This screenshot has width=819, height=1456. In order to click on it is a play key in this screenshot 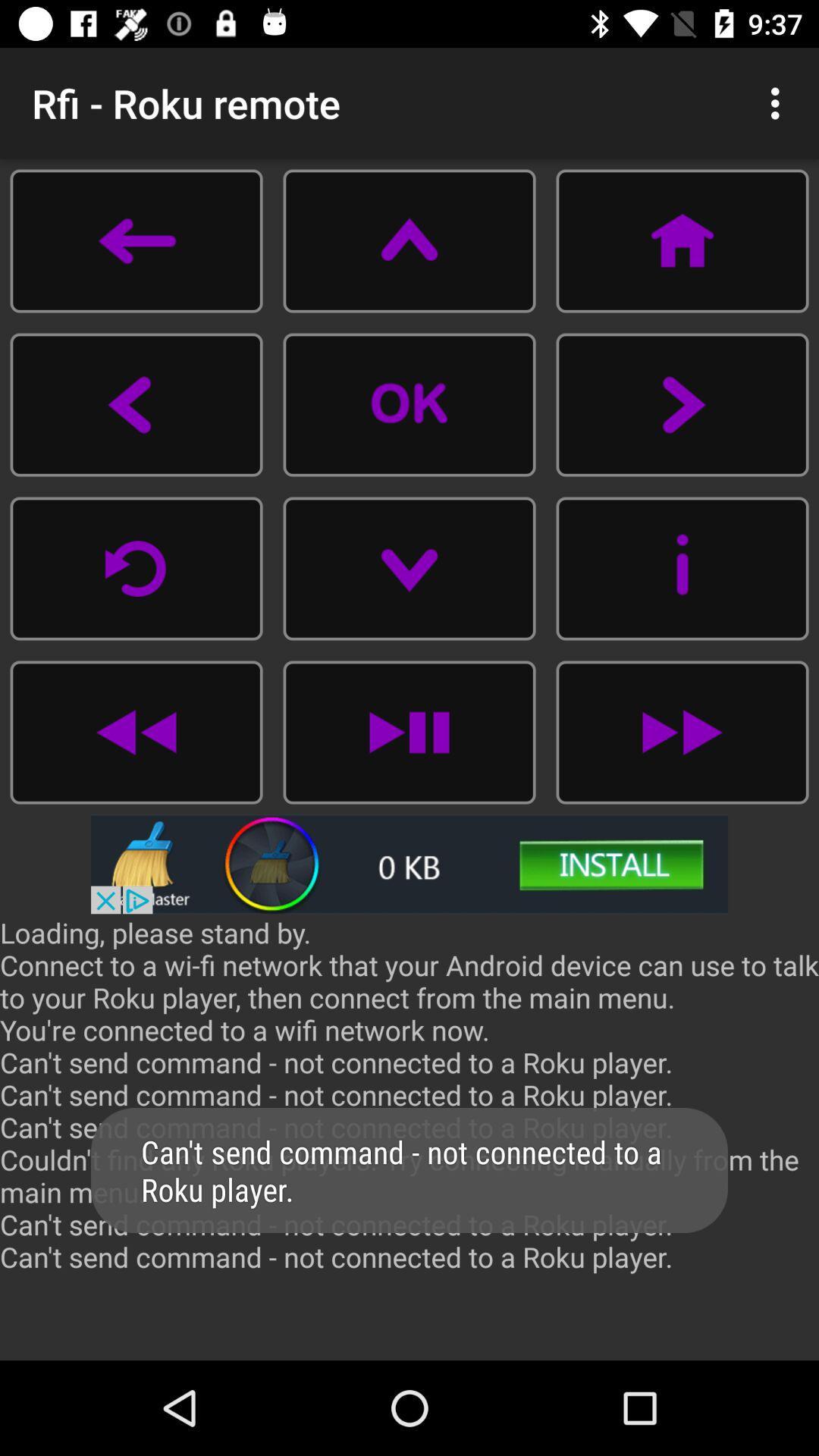, I will do `click(409, 732)`.